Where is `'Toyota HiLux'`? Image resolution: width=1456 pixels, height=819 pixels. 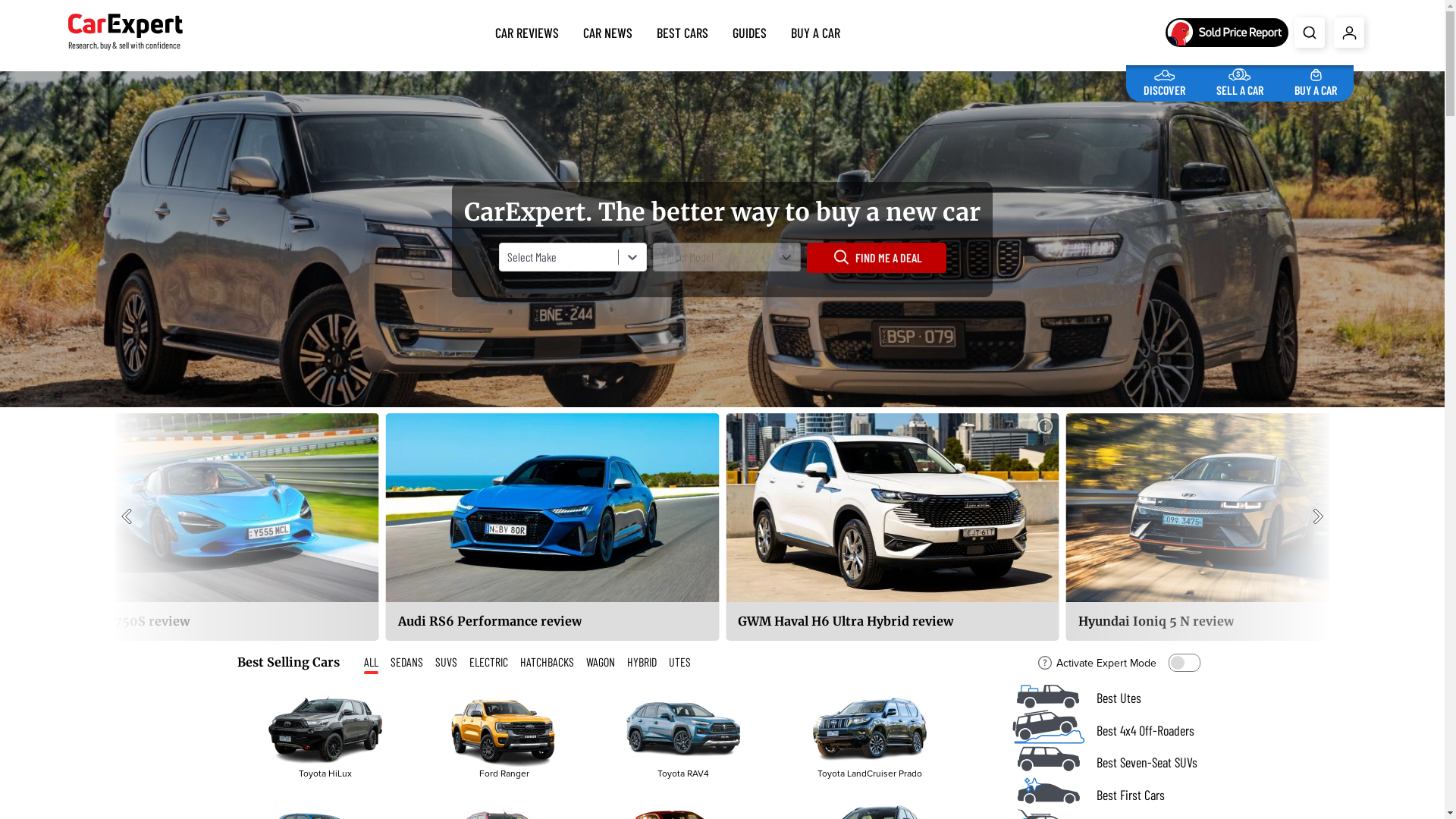
'Toyota HiLux' is located at coordinates (323, 736).